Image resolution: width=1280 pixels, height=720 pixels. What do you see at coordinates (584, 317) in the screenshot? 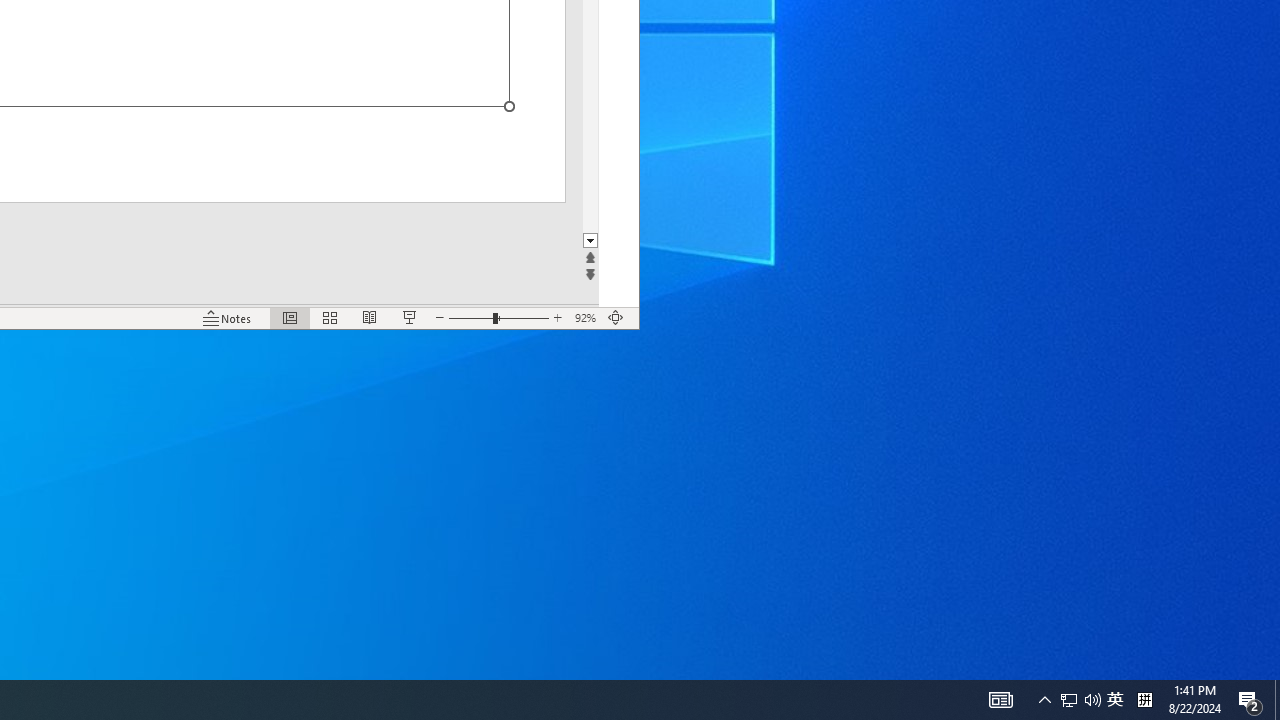
I see `'Zoom 92%'` at bounding box center [584, 317].